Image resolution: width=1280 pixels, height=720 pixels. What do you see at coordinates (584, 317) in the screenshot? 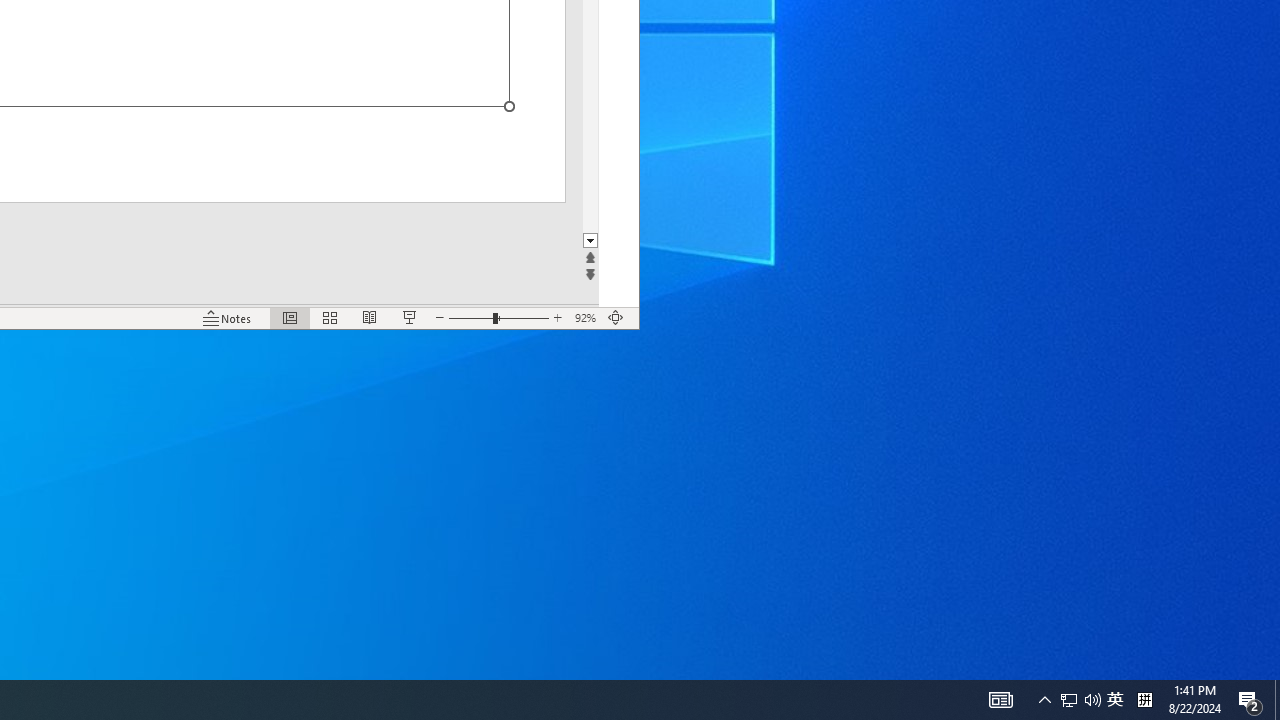
I see `'Zoom 92%'` at bounding box center [584, 317].